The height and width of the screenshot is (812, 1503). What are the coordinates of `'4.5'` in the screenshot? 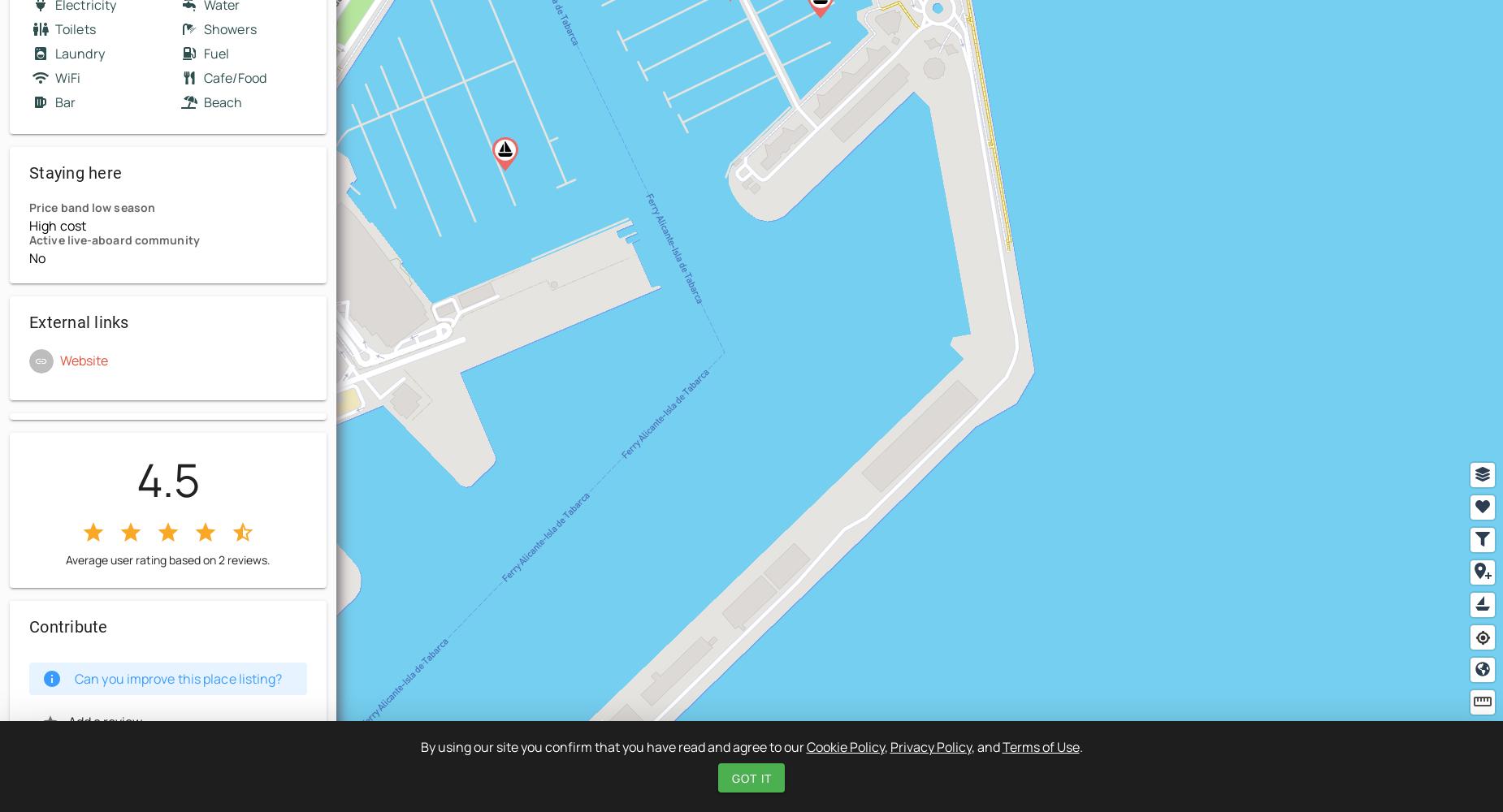 It's located at (167, 478).